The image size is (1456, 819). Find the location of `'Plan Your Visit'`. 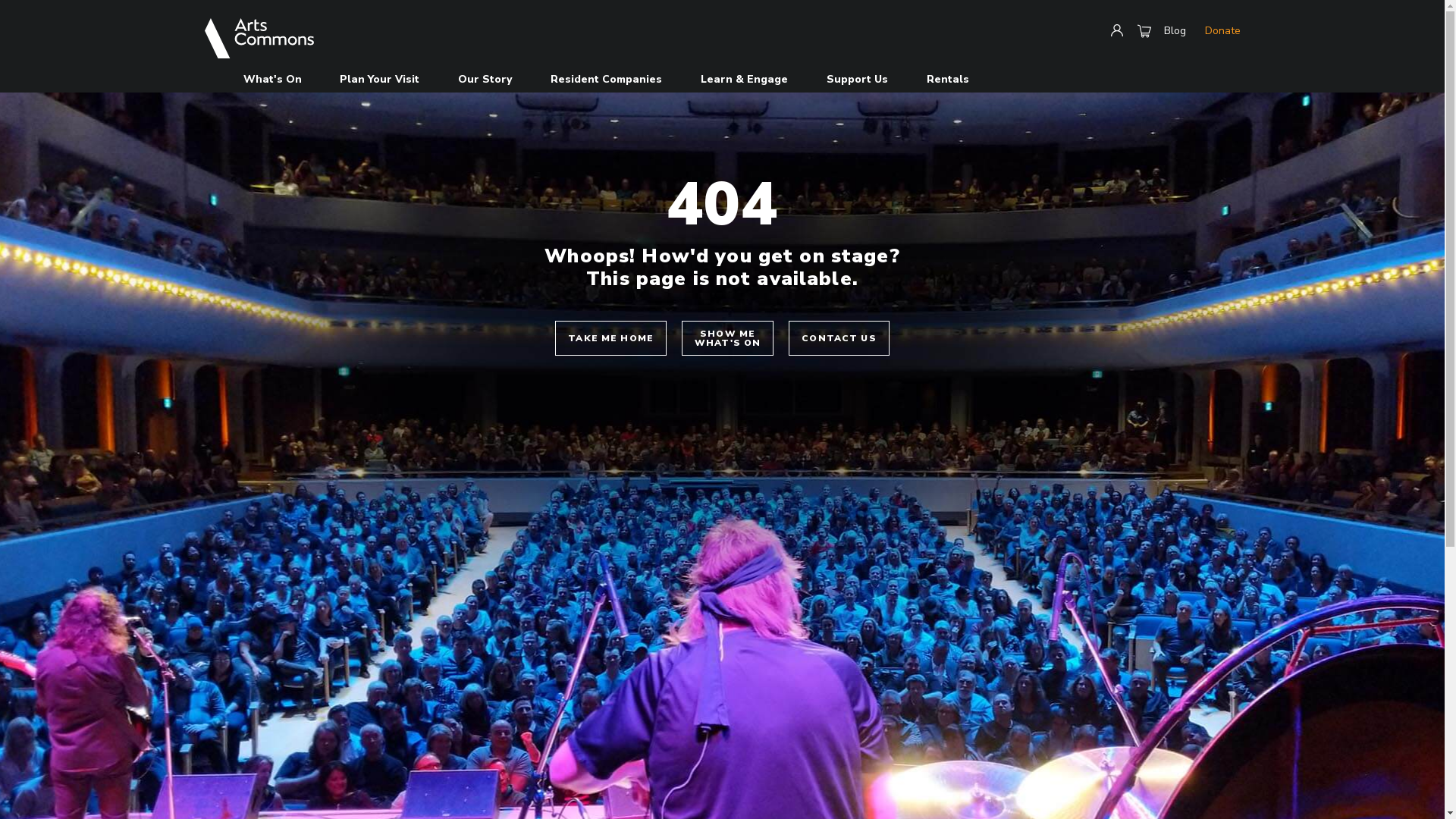

'Plan Your Visit' is located at coordinates (379, 79).